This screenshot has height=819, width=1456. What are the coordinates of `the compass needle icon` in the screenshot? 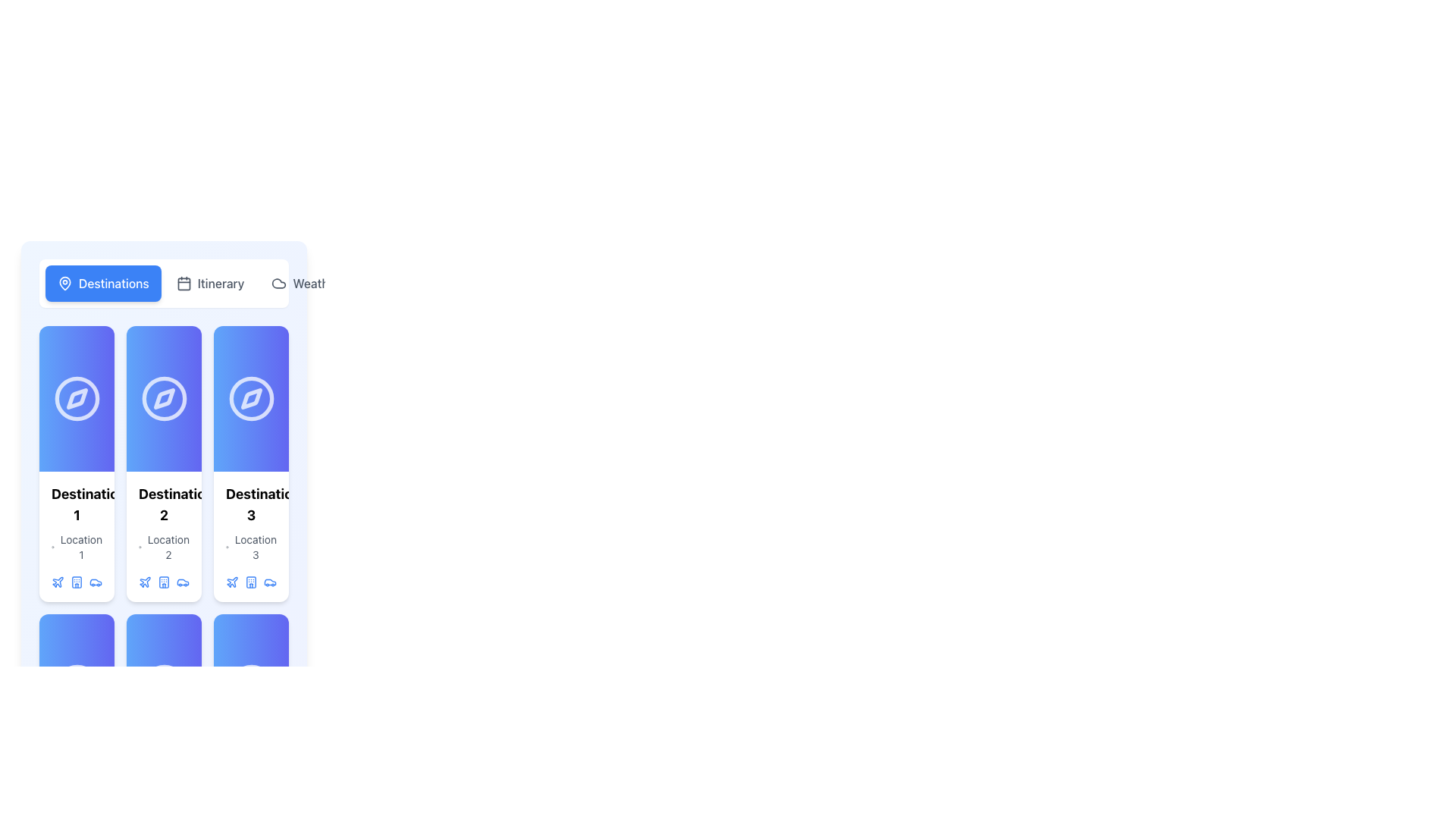 It's located at (251, 397).